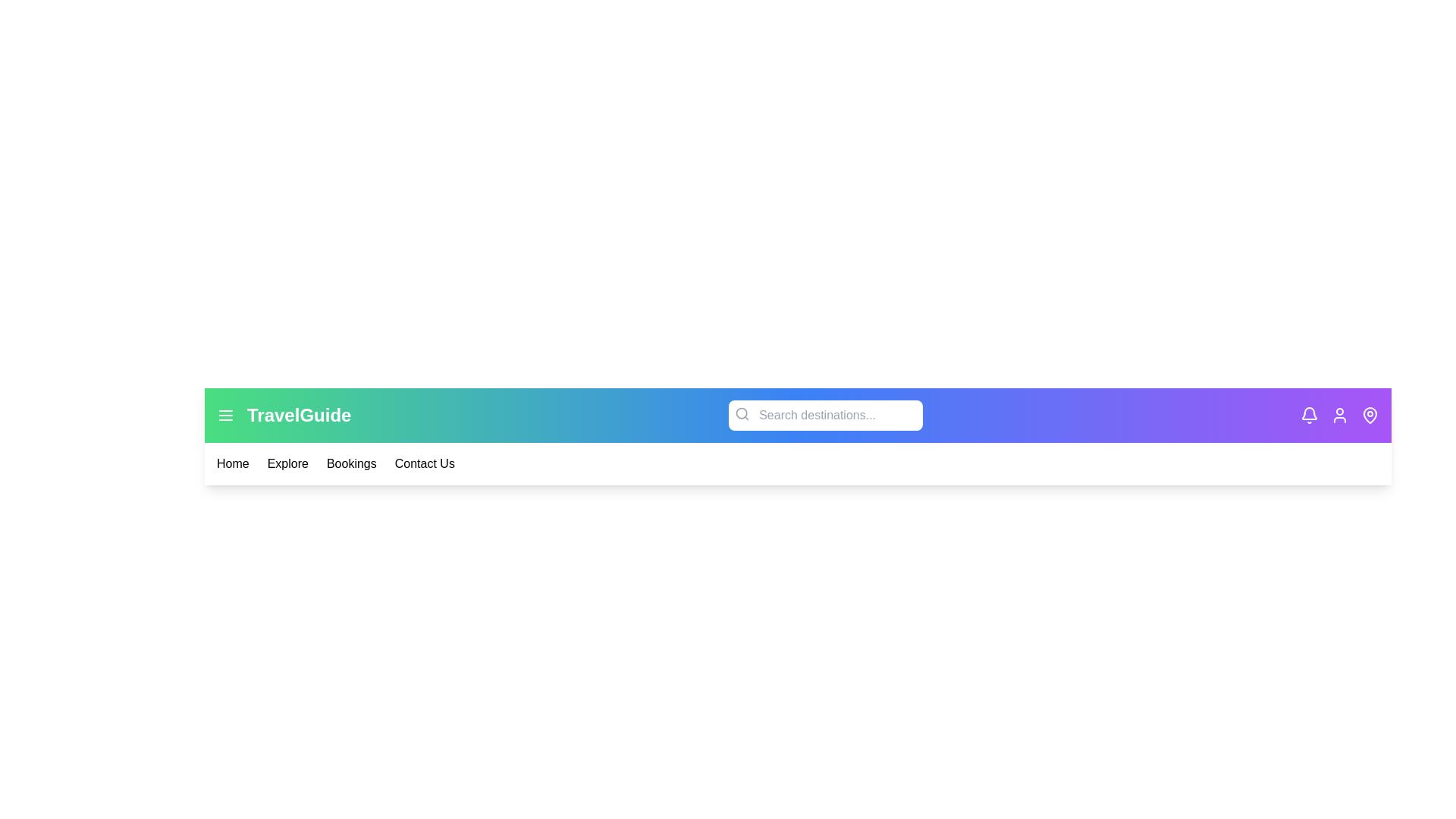  I want to click on the menu item Bookings from the navigation bar, so click(350, 463).